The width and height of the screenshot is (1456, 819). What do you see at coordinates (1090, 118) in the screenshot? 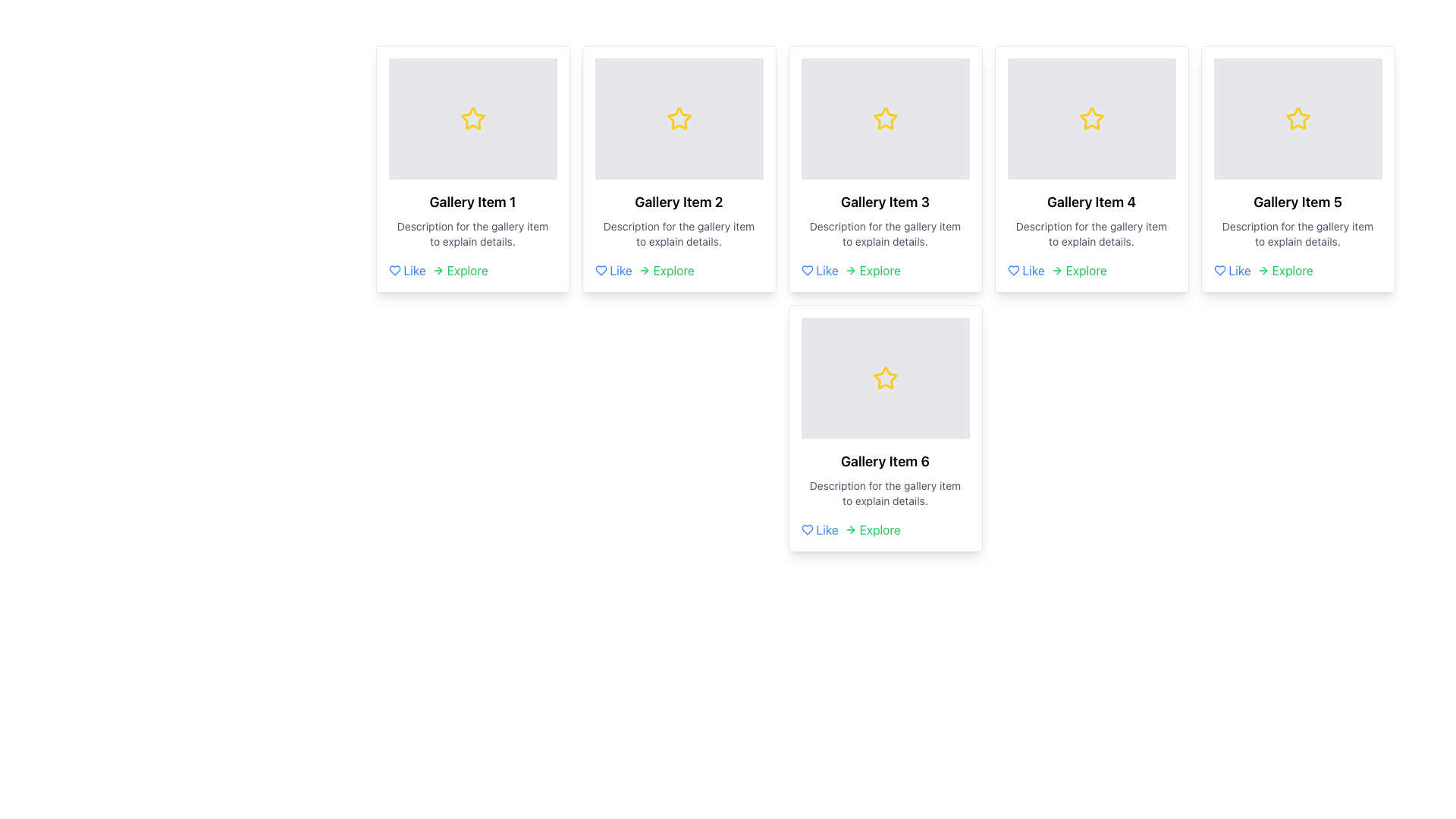
I see `the star icon located at the top of the gallery card labeled 'Gallery Item 4'` at bounding box center [1090, 118].